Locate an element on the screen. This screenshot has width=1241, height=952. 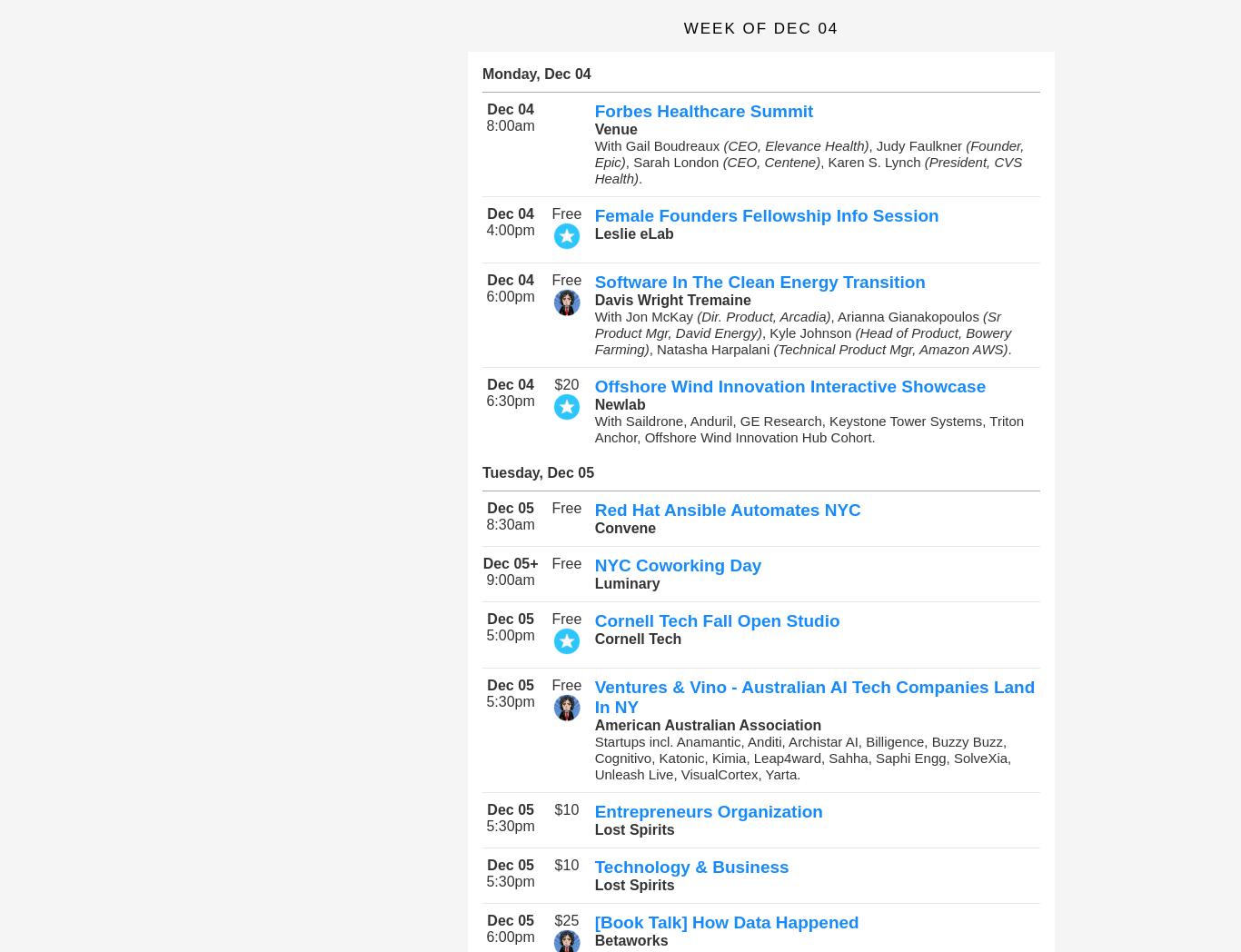
'(Technical Product Mgr, Amazon AWS)' is located at coordinates (889, 348).